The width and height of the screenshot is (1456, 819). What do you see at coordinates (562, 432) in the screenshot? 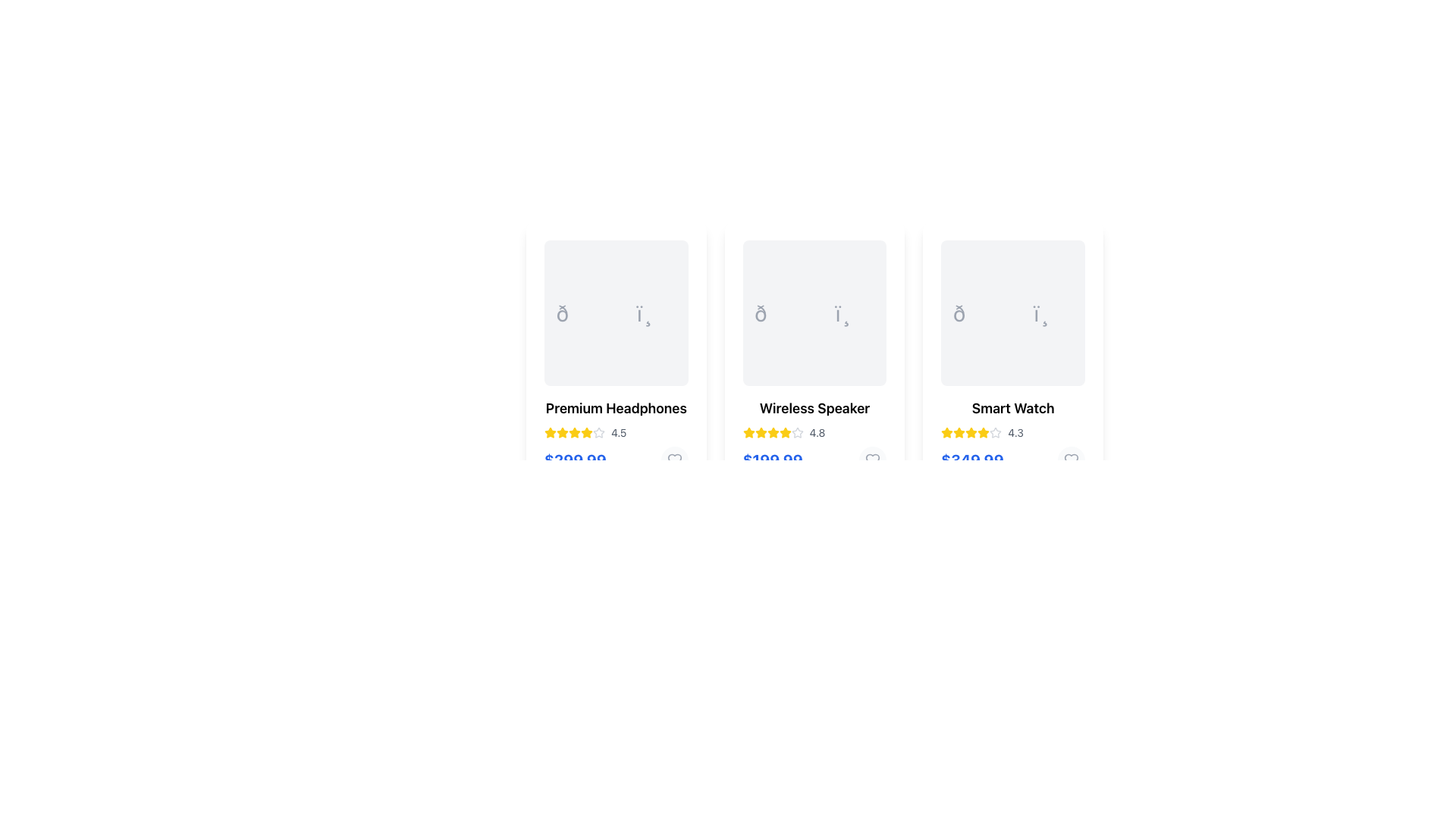
I see `the third star icon in the rating system for the product 'Premium Headphones'` at bounding box center [562, 432].